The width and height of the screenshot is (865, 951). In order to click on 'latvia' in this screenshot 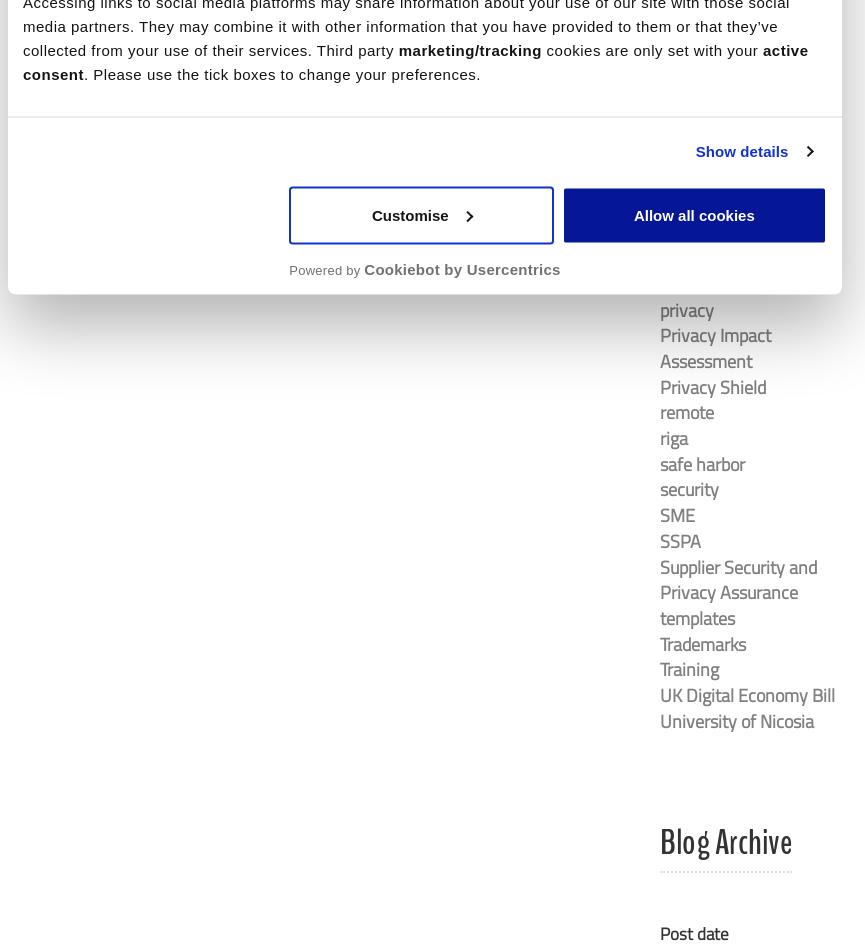, I will do `click(680, 26)`.